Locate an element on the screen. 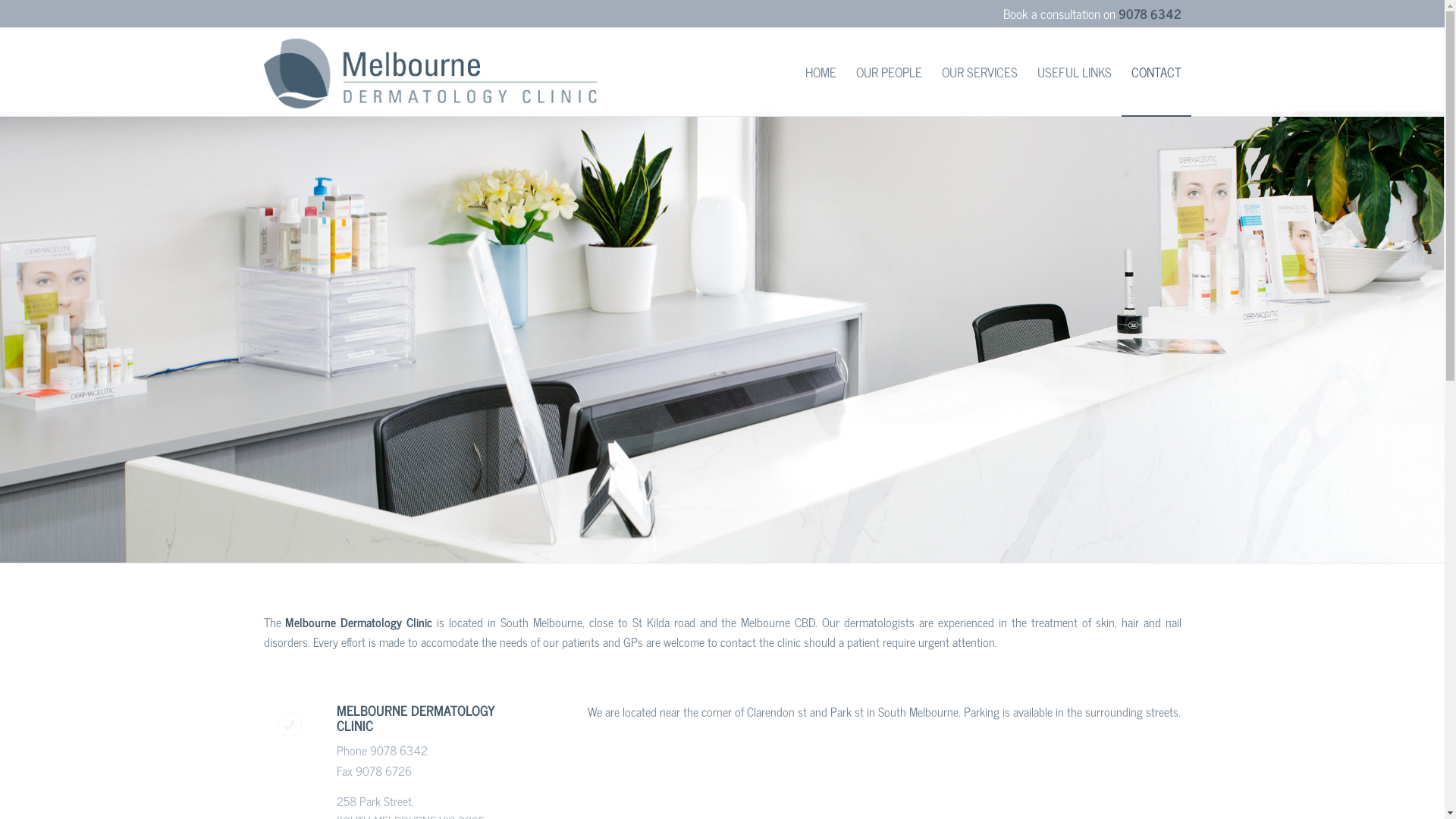 This screenshot has width=1456, height=819. 'CONTACT' is located at coordinates (1150, 72).